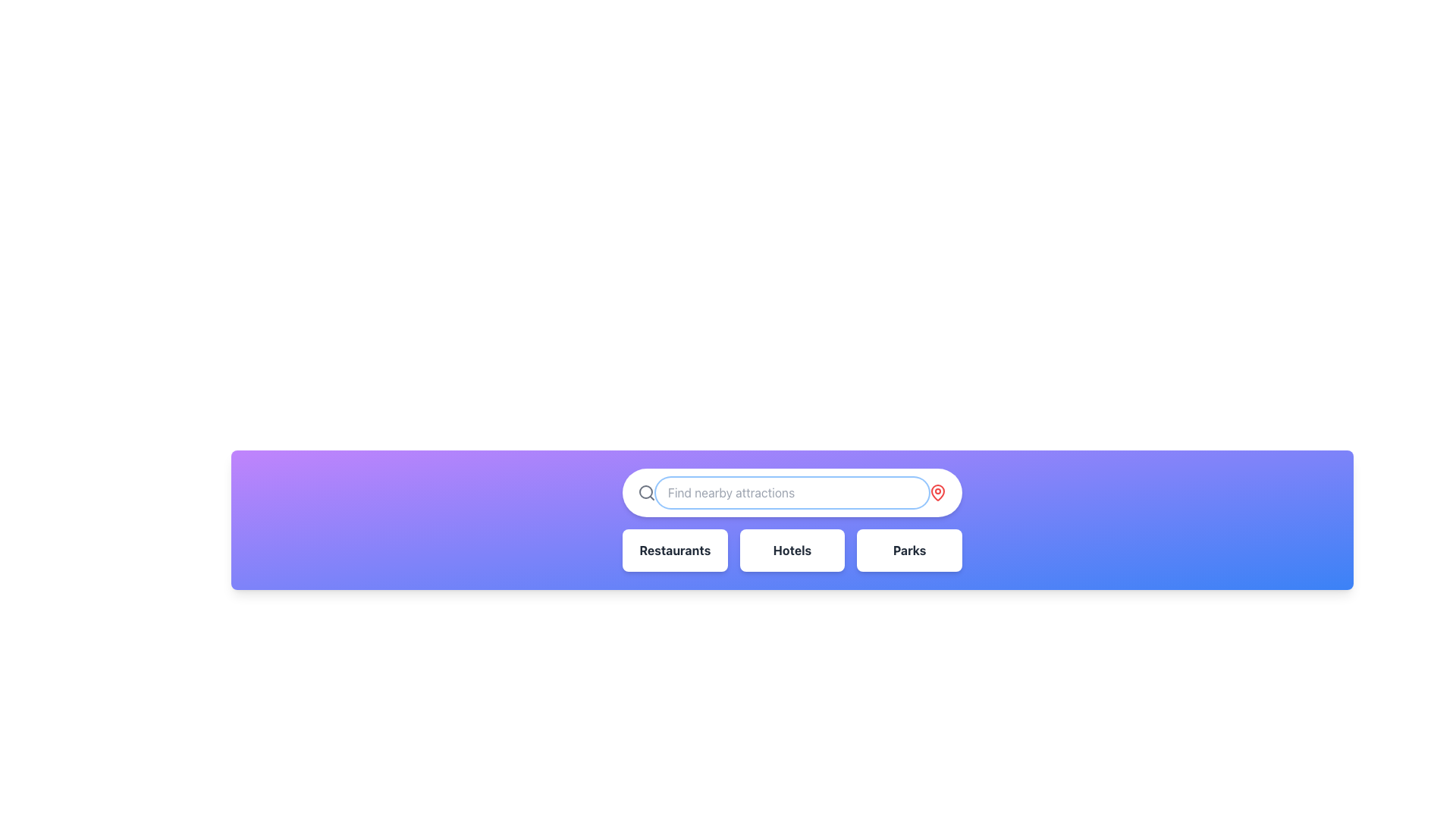 This screenshot has height=819, width=1456. I want to click on the circular part of the search icon located on the left side of the input field labeled 'Find nearby attractions.', so click(645, 491).